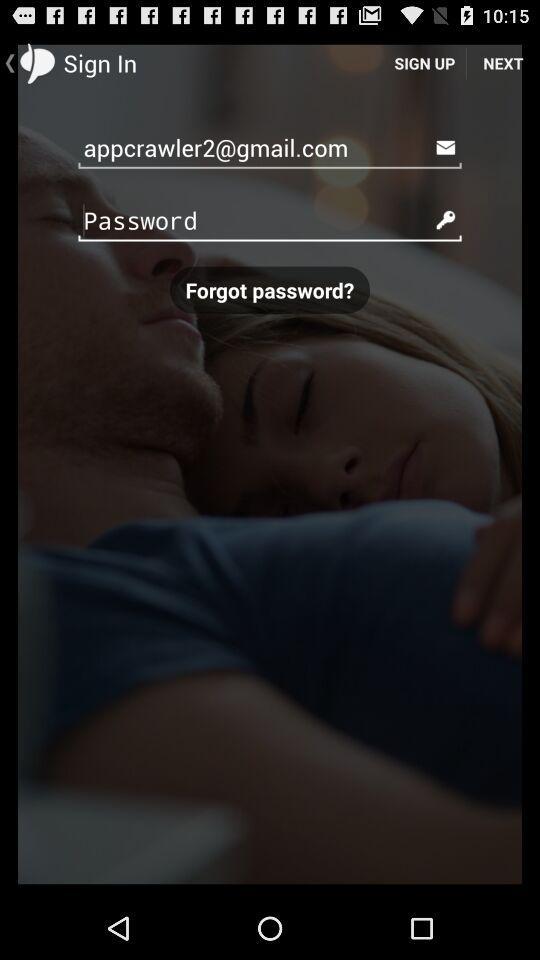 The height and width of the screenshot is (960, 540). Describe the element at coordinates (502, 62) in the screenshot. I see `item next to the sign up` at that location.